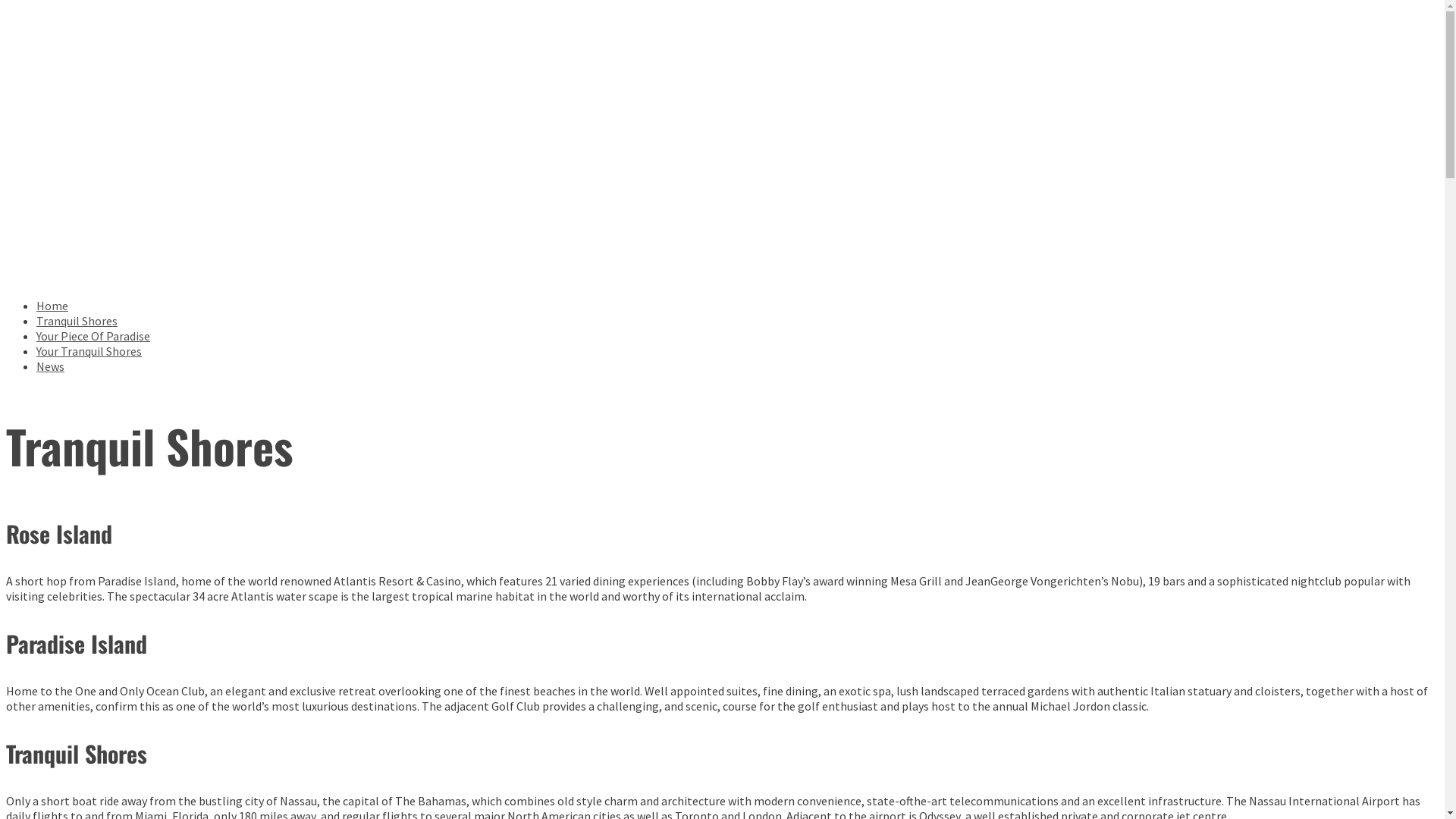 The width and height of the screenshot is (1456, 819). I want to click on 'News', so click(50, 366).